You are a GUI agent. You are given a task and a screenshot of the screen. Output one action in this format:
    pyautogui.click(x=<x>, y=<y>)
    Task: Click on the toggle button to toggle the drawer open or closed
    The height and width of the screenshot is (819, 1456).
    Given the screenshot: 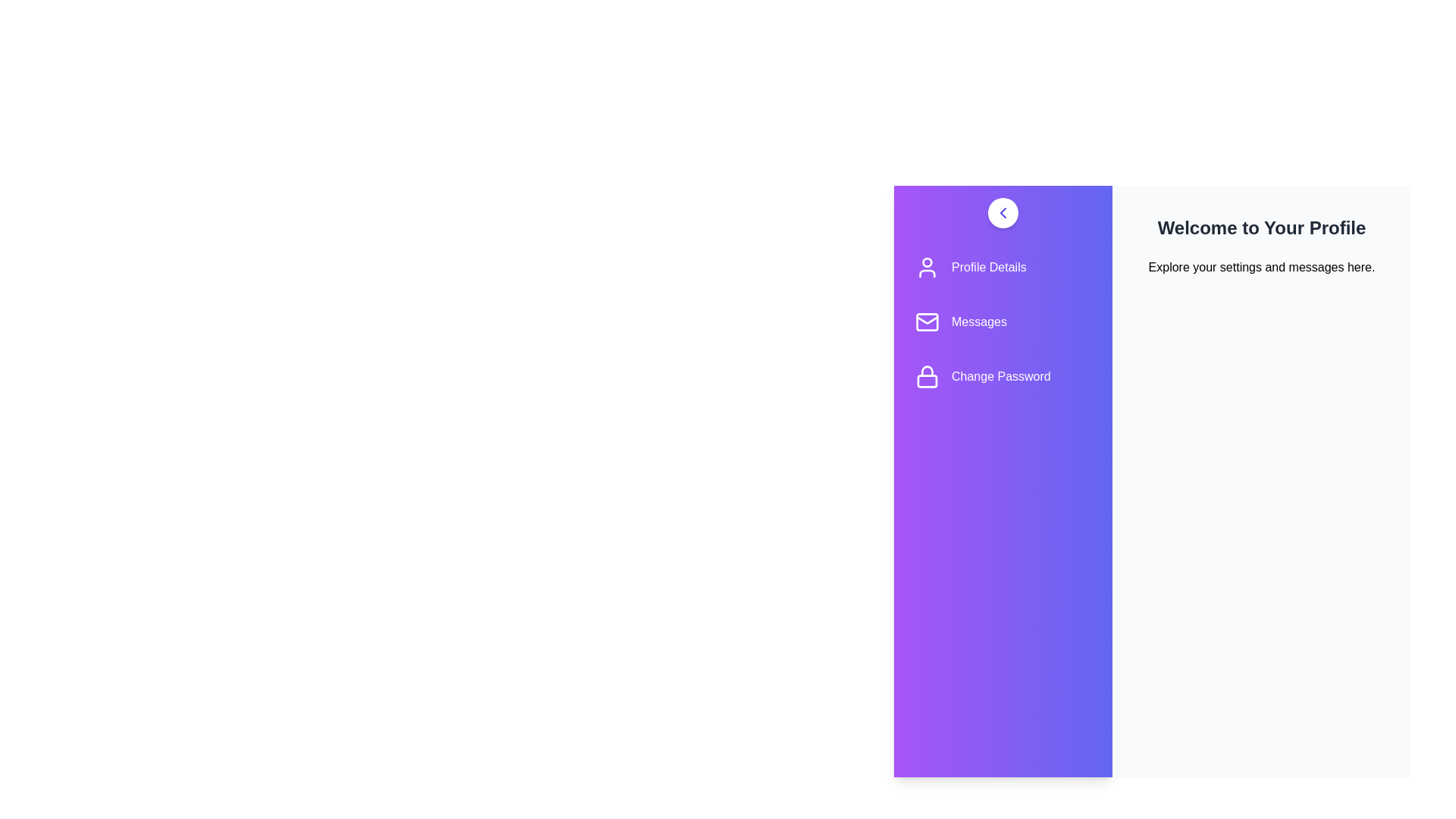 What is the action you would take?
    pyautogui.click(x=1003, y=213)
    